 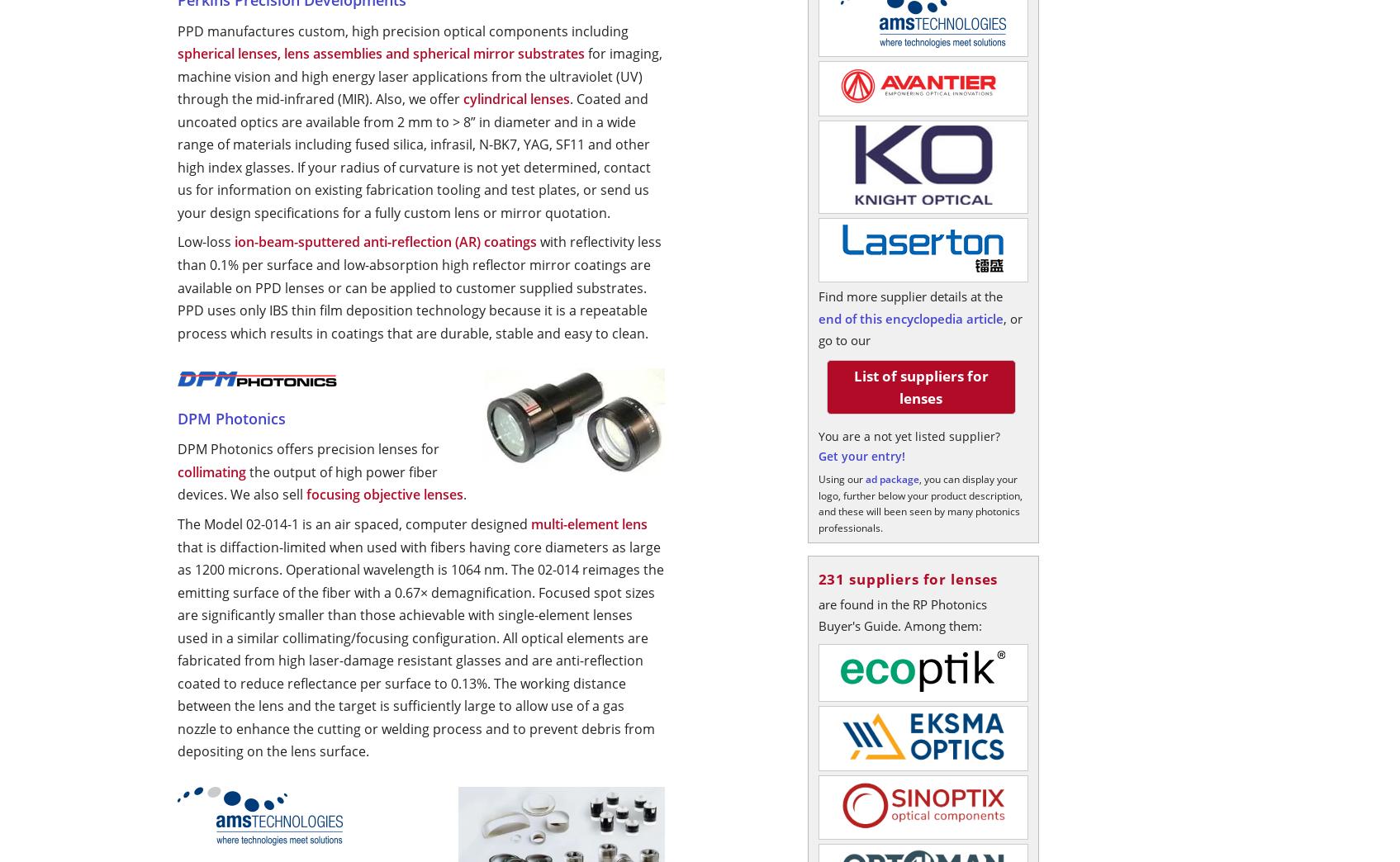 What do you see at coordinates (918, 328) in the screenshot?
I see `', or go to our'` at bounding box center [918, 328].